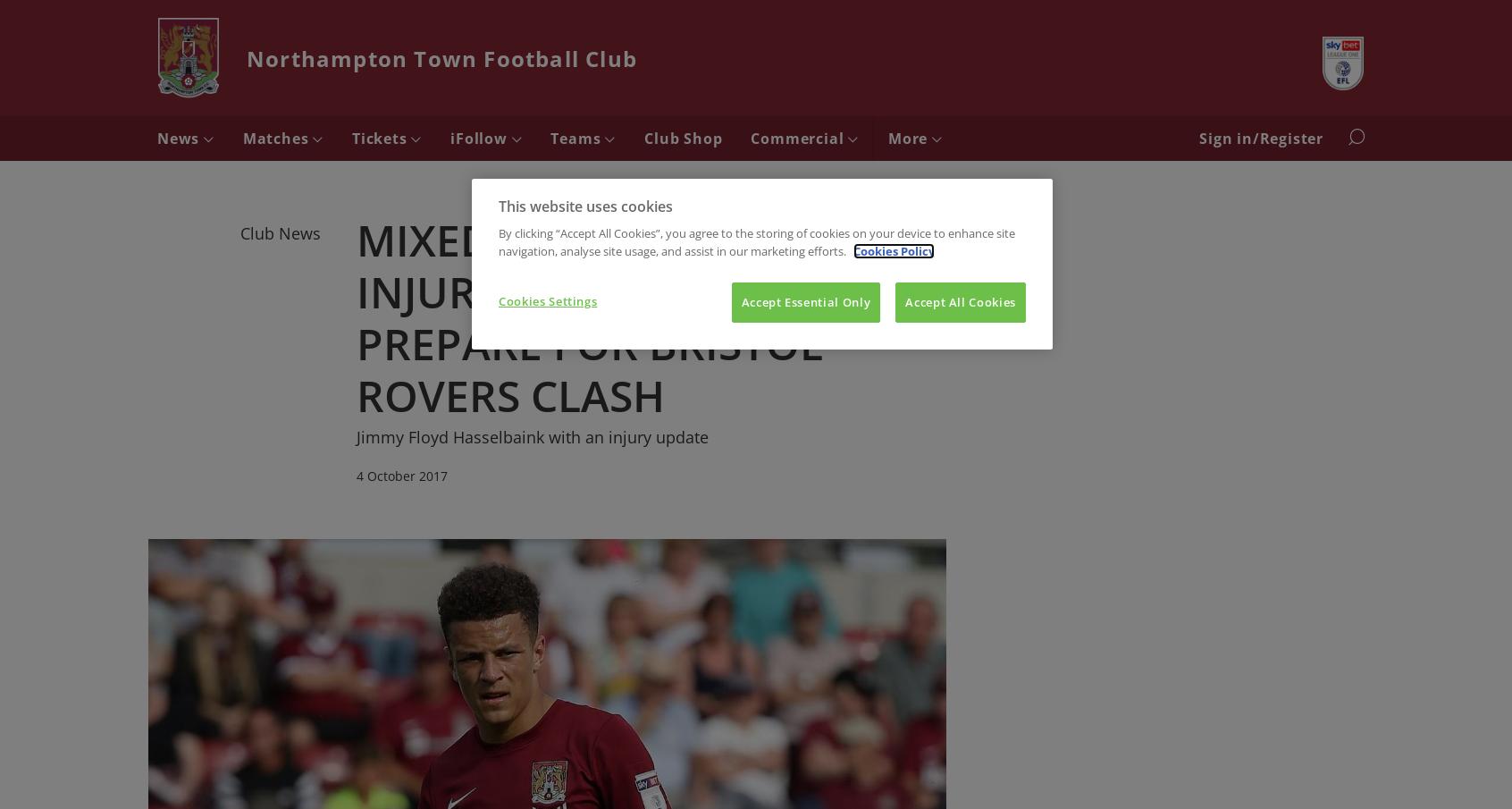  I want to click on 'Jimmy Floyd Hasselbaink with an injury update', so click(356, 435).